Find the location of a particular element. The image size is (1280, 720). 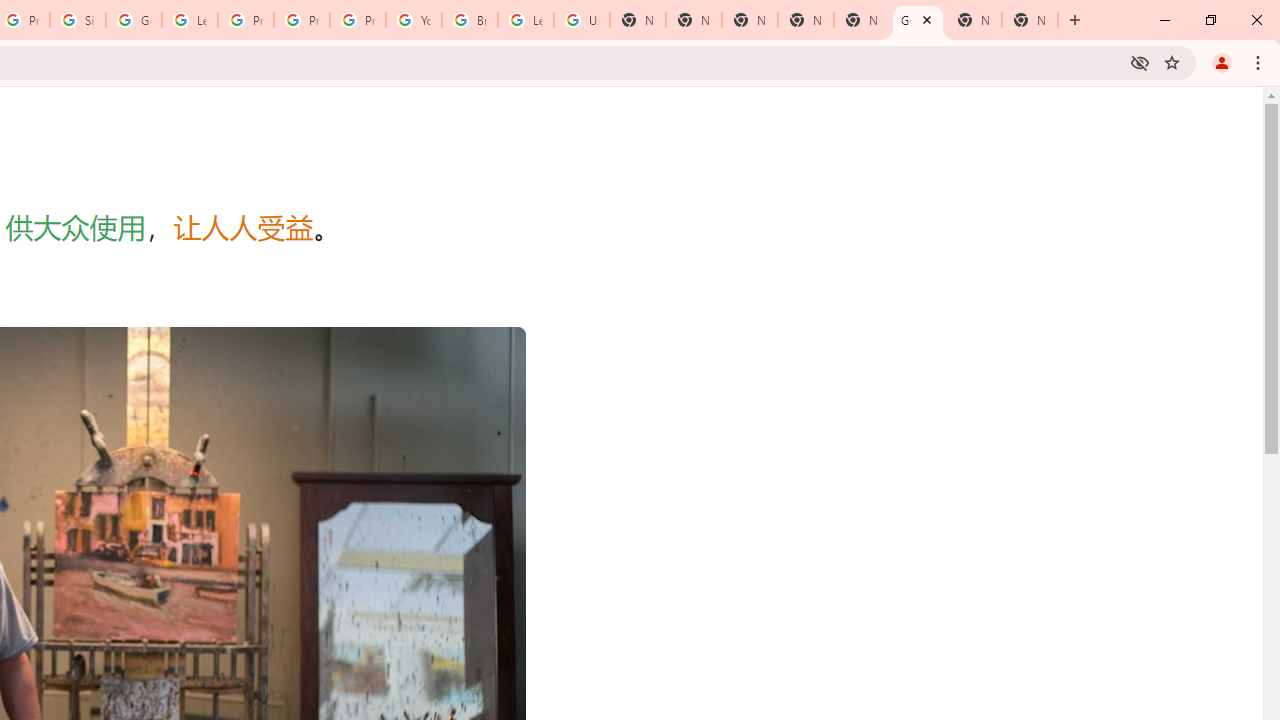

'Sign in - Google Accounts' is located at coordinates (78, 20).